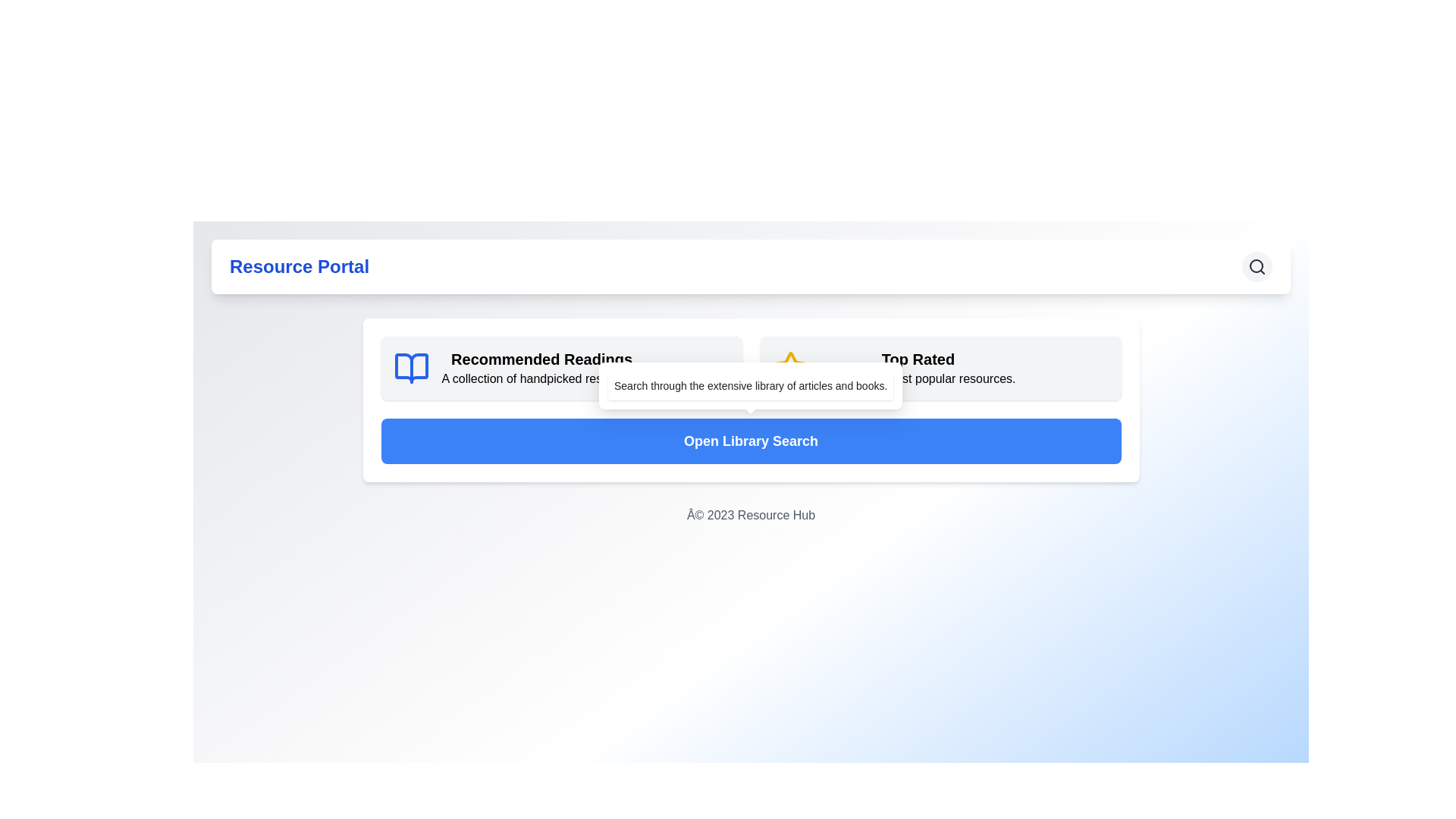  What do you see at coordinates (1257, 265) in the screenshot?
I see `the magnifying glass icon button located in the top-right corner of the interface` at bounding box center [1257, 265].